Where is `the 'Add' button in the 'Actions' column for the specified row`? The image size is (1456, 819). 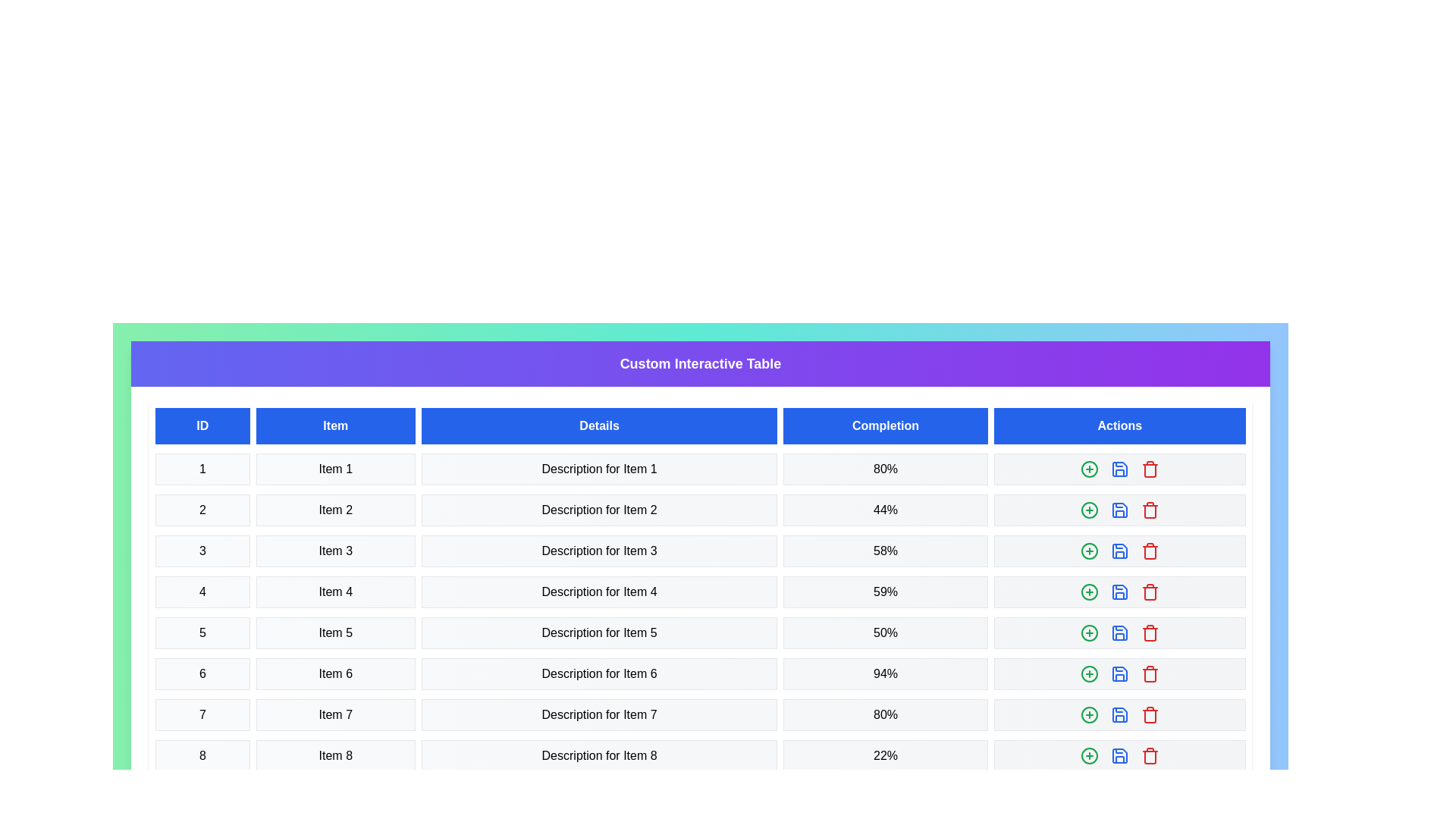 the 'Add' button in the 'Actions' column for the specified row is located at coordinates (1088, 468).